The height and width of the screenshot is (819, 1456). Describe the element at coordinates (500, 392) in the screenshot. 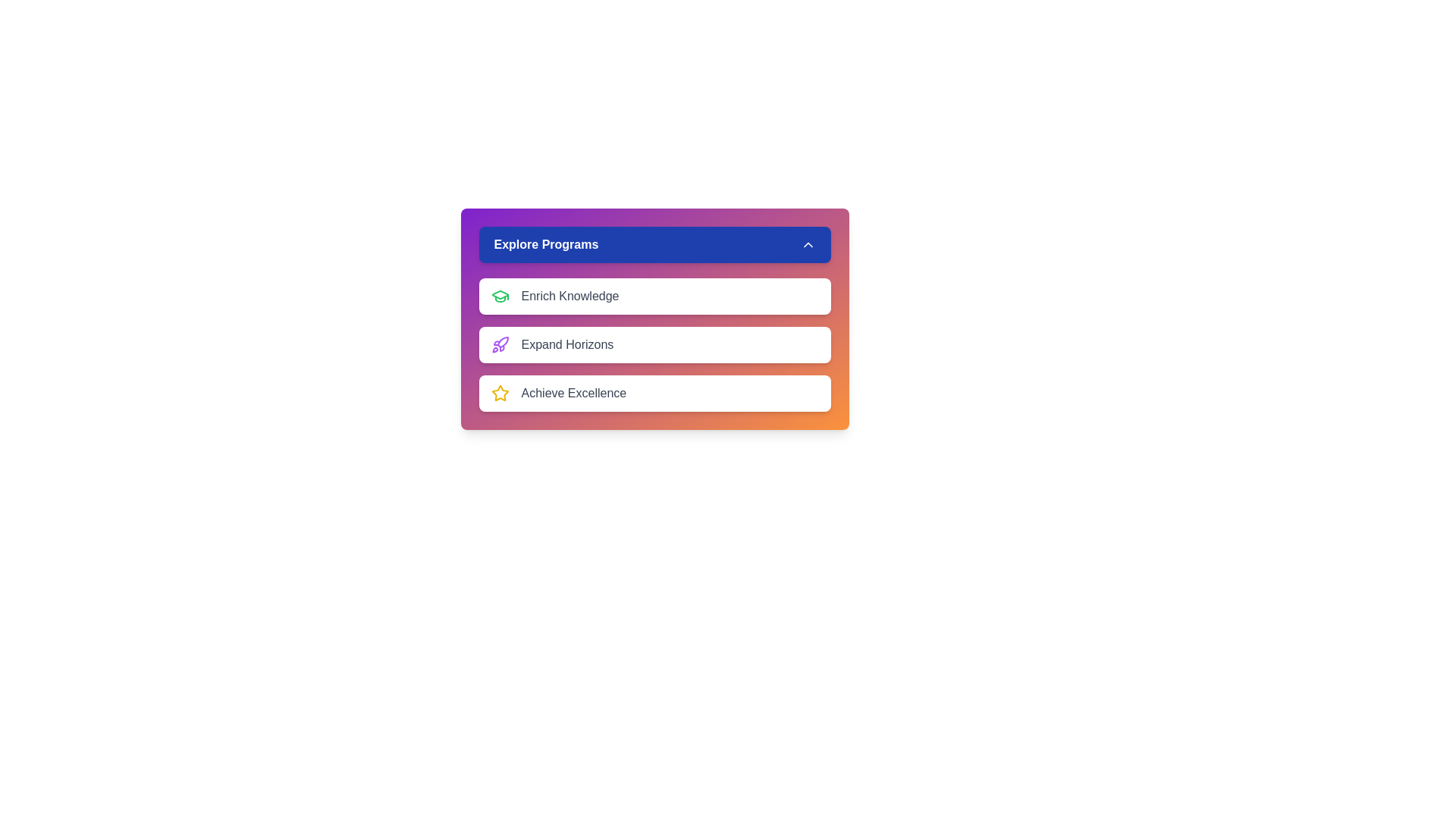

I see `the achievement icon located within the 'Explore Programs' dropdown menu, positioned to the left of the 'Achieve Excellence' label` at that location.